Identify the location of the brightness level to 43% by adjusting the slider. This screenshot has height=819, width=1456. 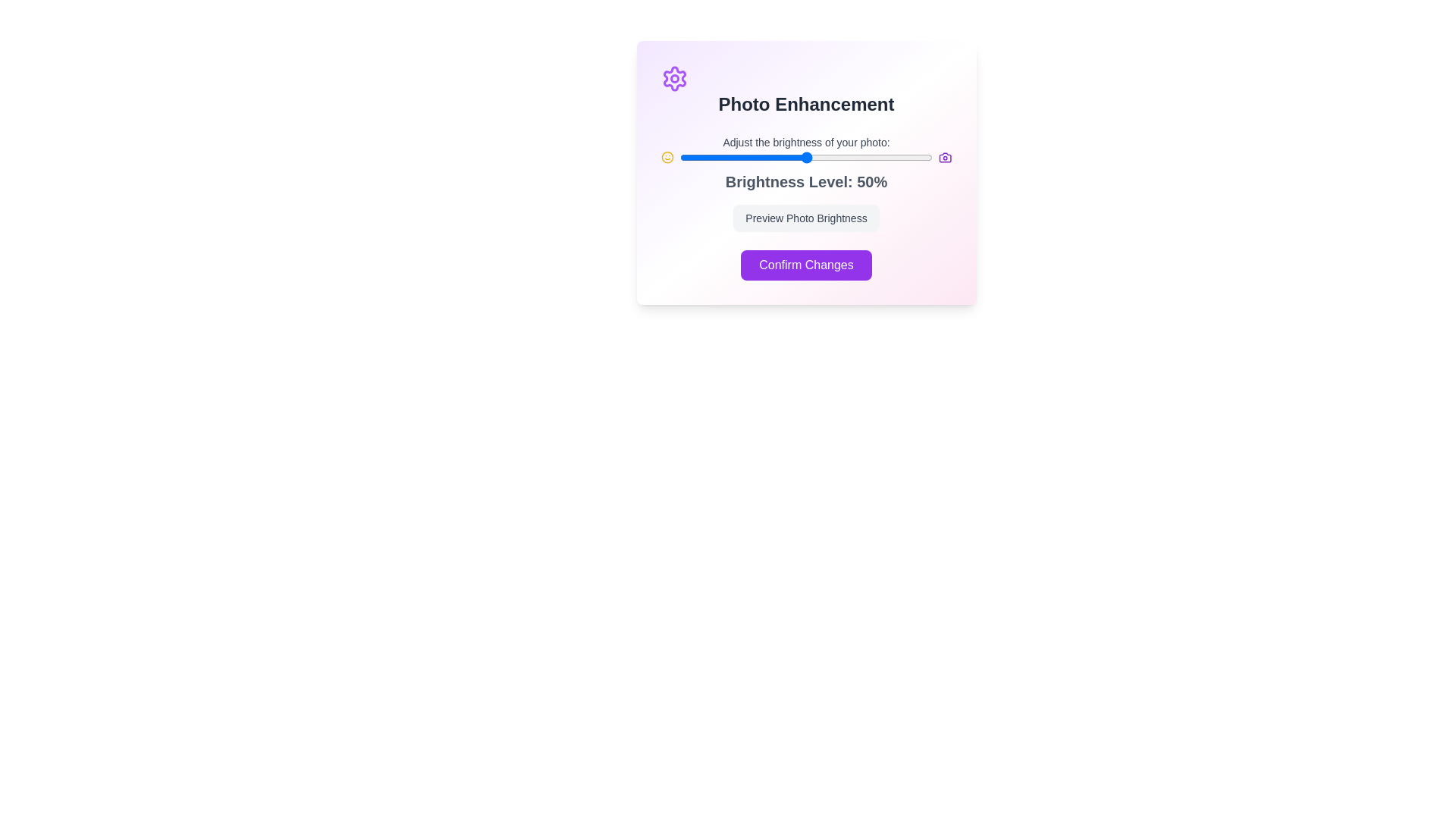
(789, 158).